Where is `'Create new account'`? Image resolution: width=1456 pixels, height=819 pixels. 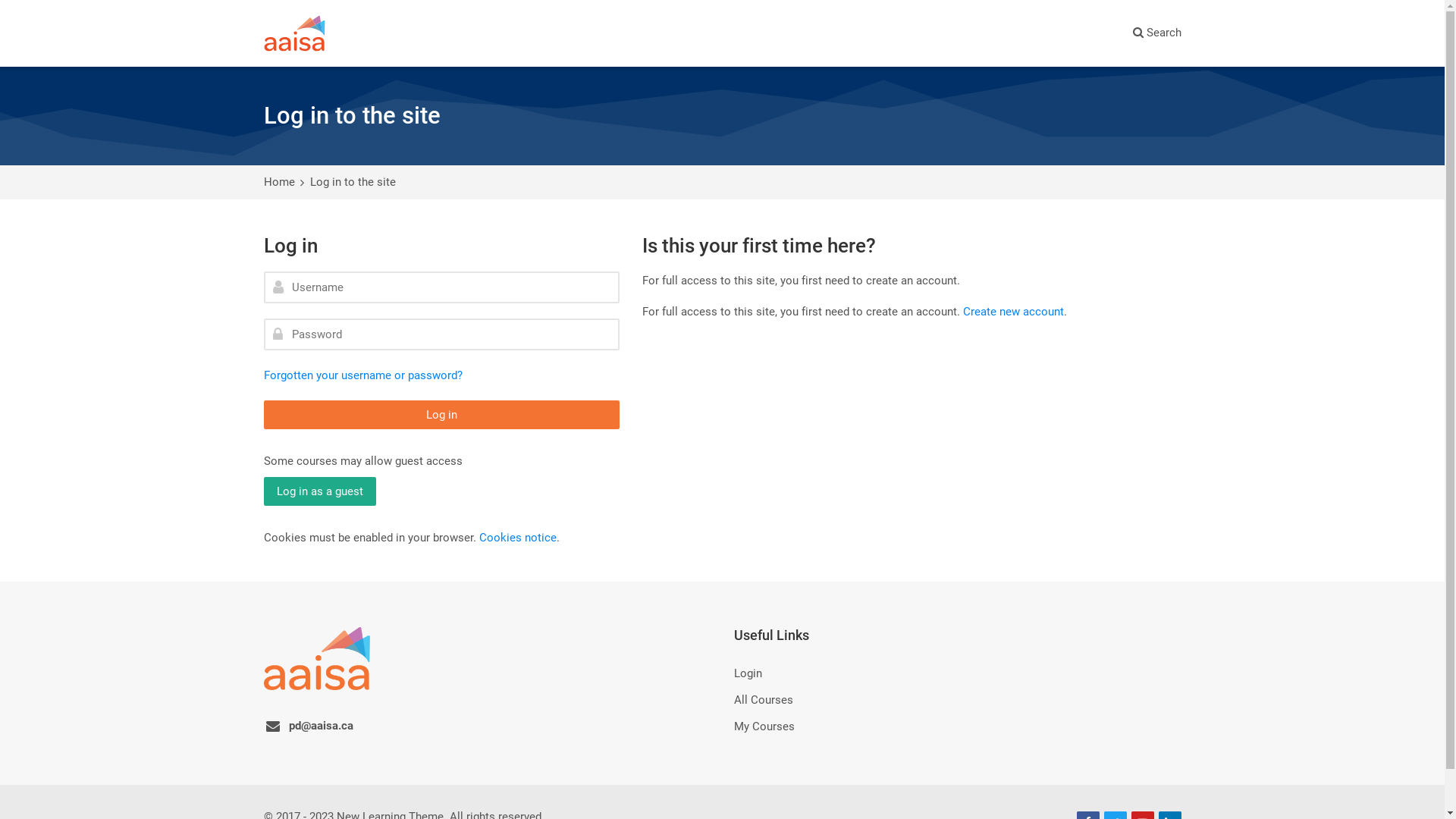
'Create new account' is located at coordinates (962, 311).